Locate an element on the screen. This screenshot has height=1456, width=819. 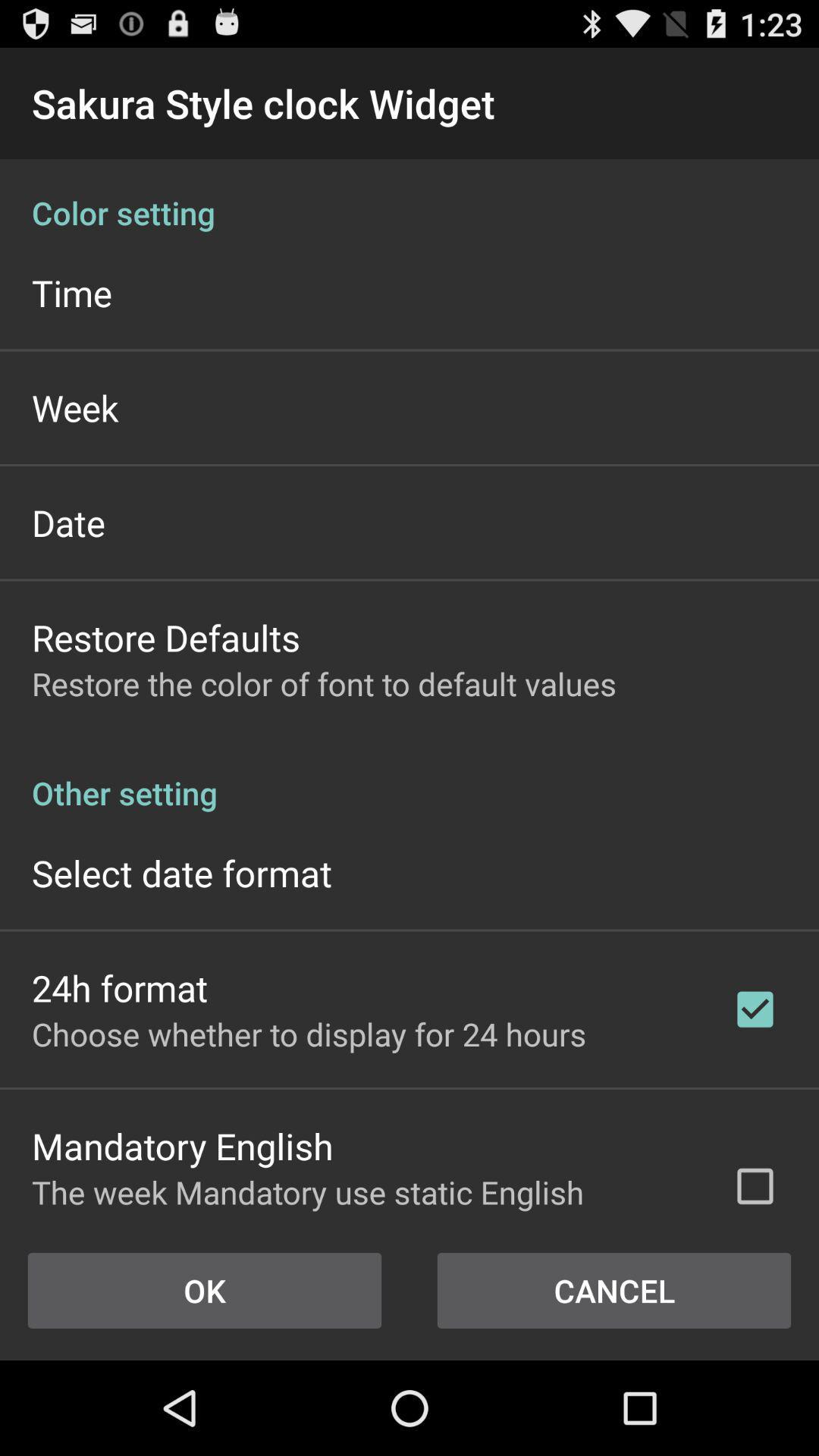
the app below the color setting icon is located at coordinates (71, 293).